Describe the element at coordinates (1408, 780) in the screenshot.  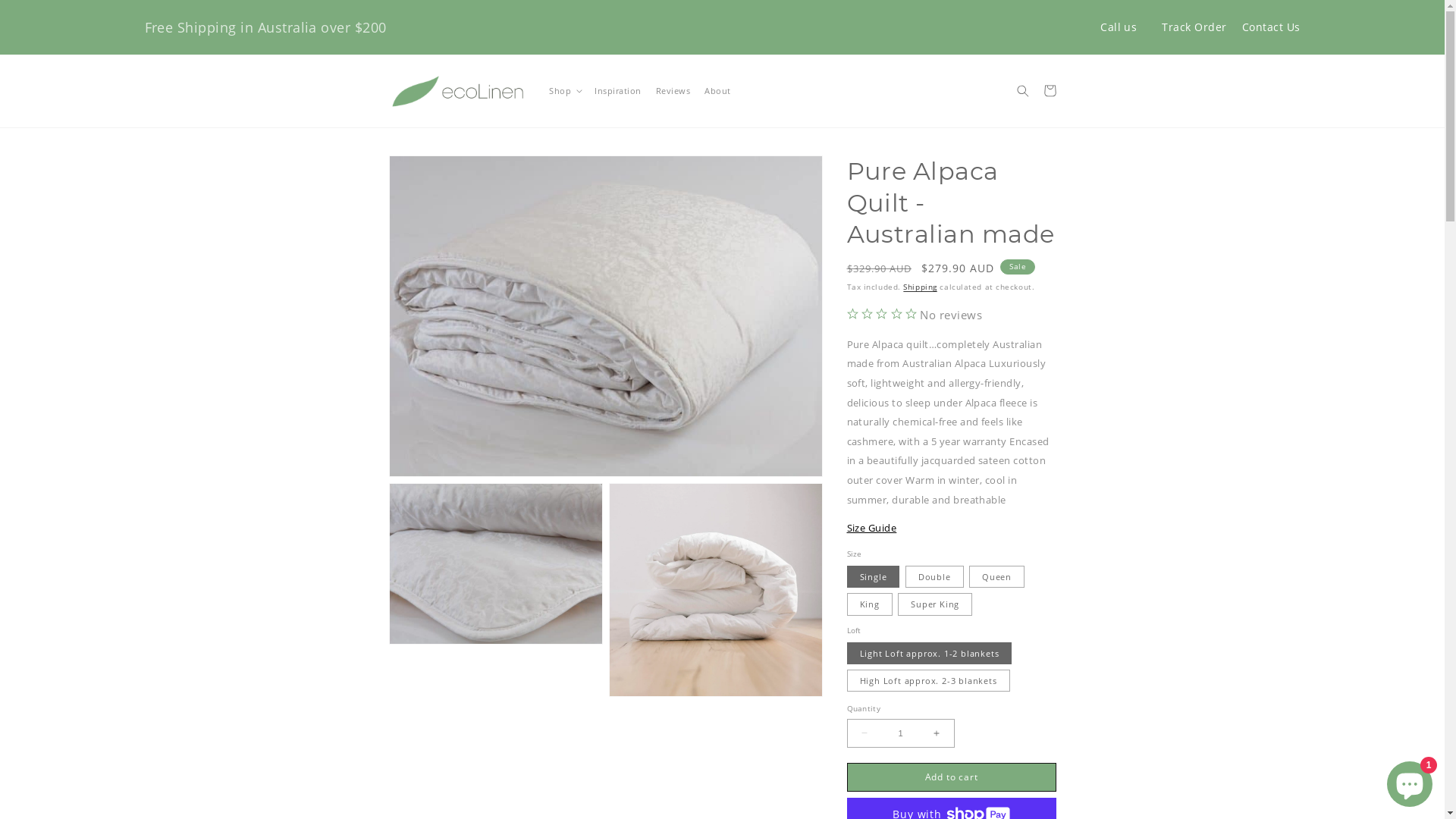
I see `'Shopify online store chat'` at that location.